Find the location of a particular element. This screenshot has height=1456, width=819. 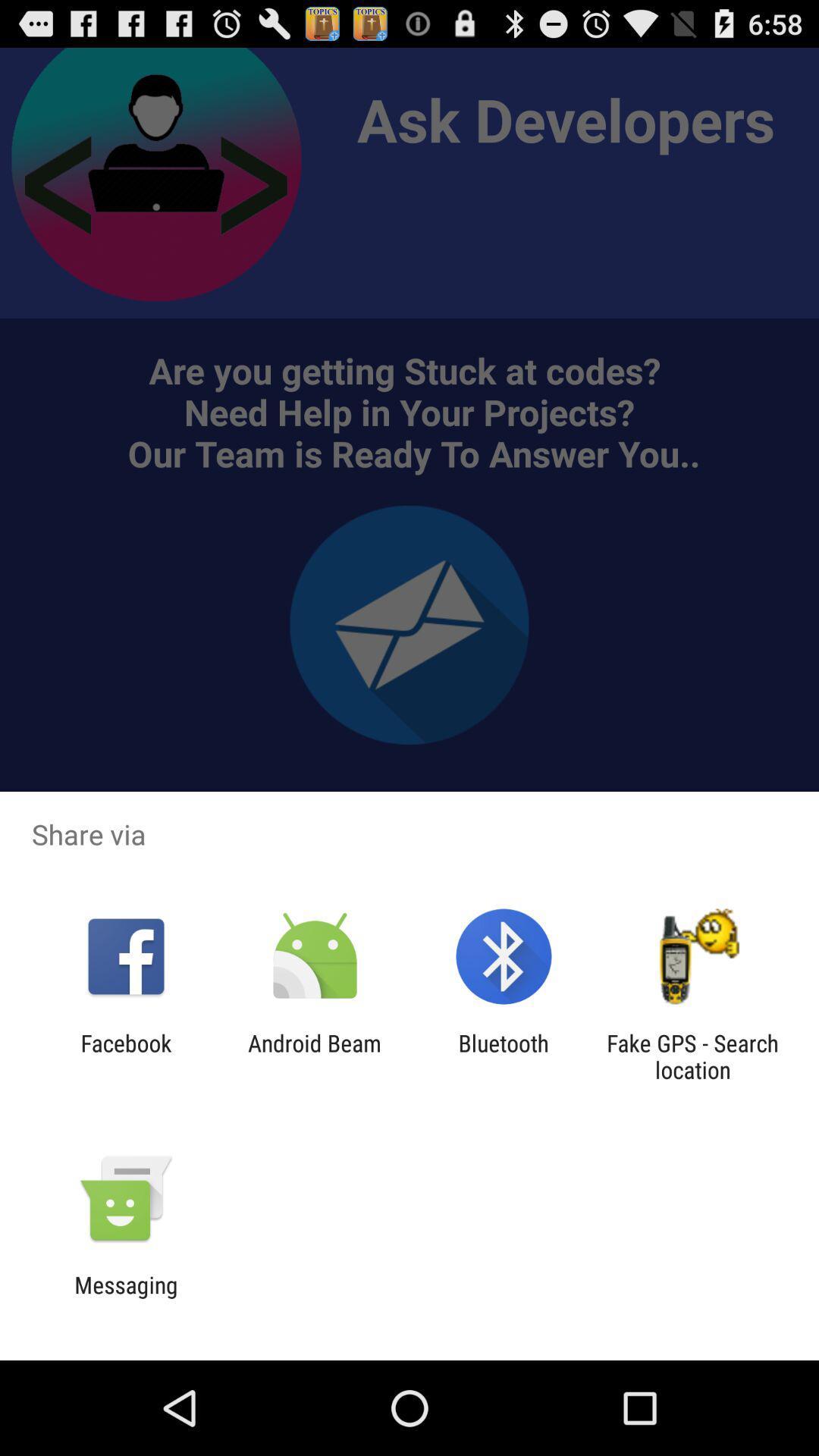

icon next to facebook icon is located at coordinates (314, 1056).